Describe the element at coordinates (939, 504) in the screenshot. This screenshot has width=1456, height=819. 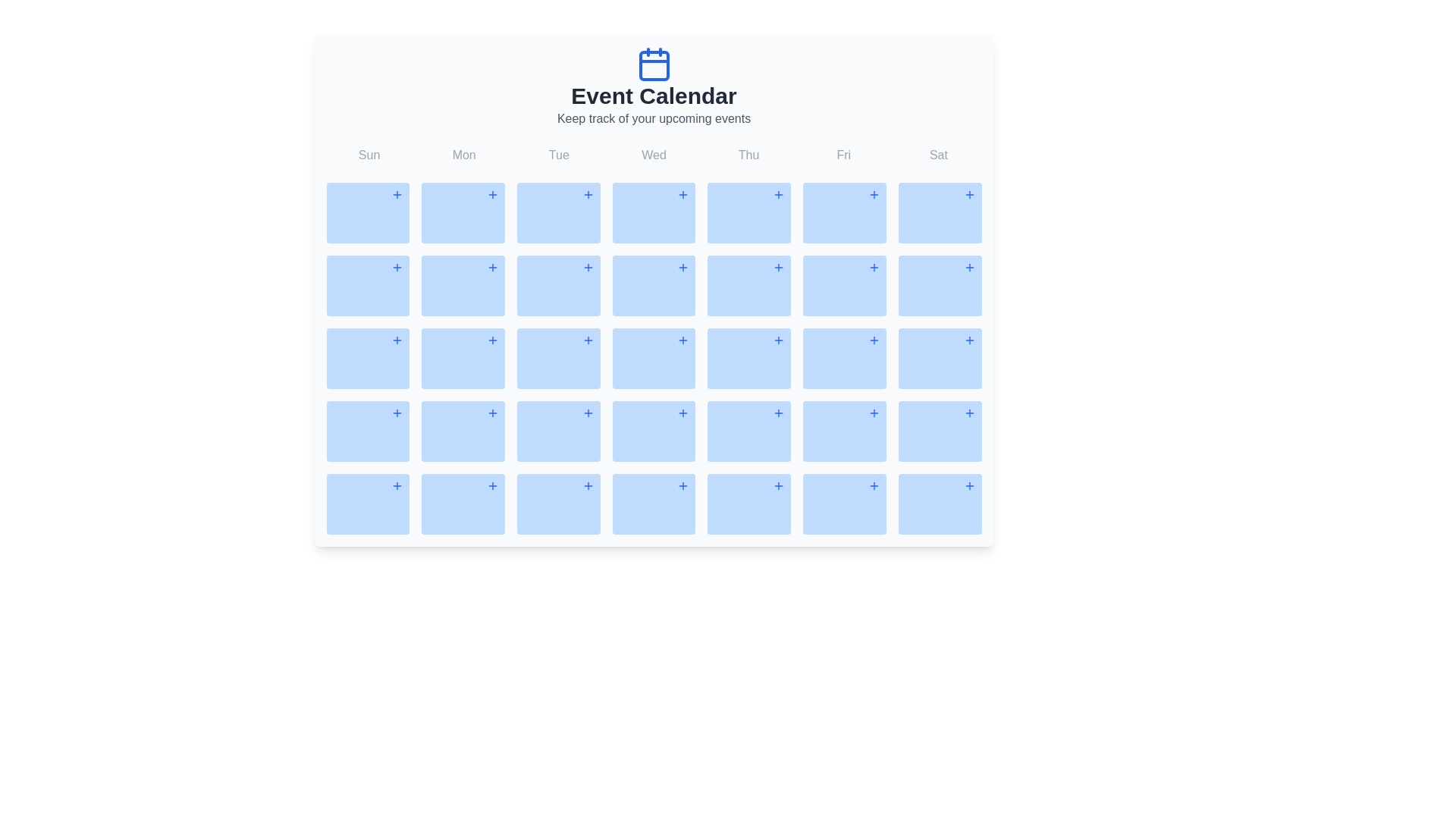
I see `the interactive placeholder with a light blue background and a blue '+' symbol located` at that location.